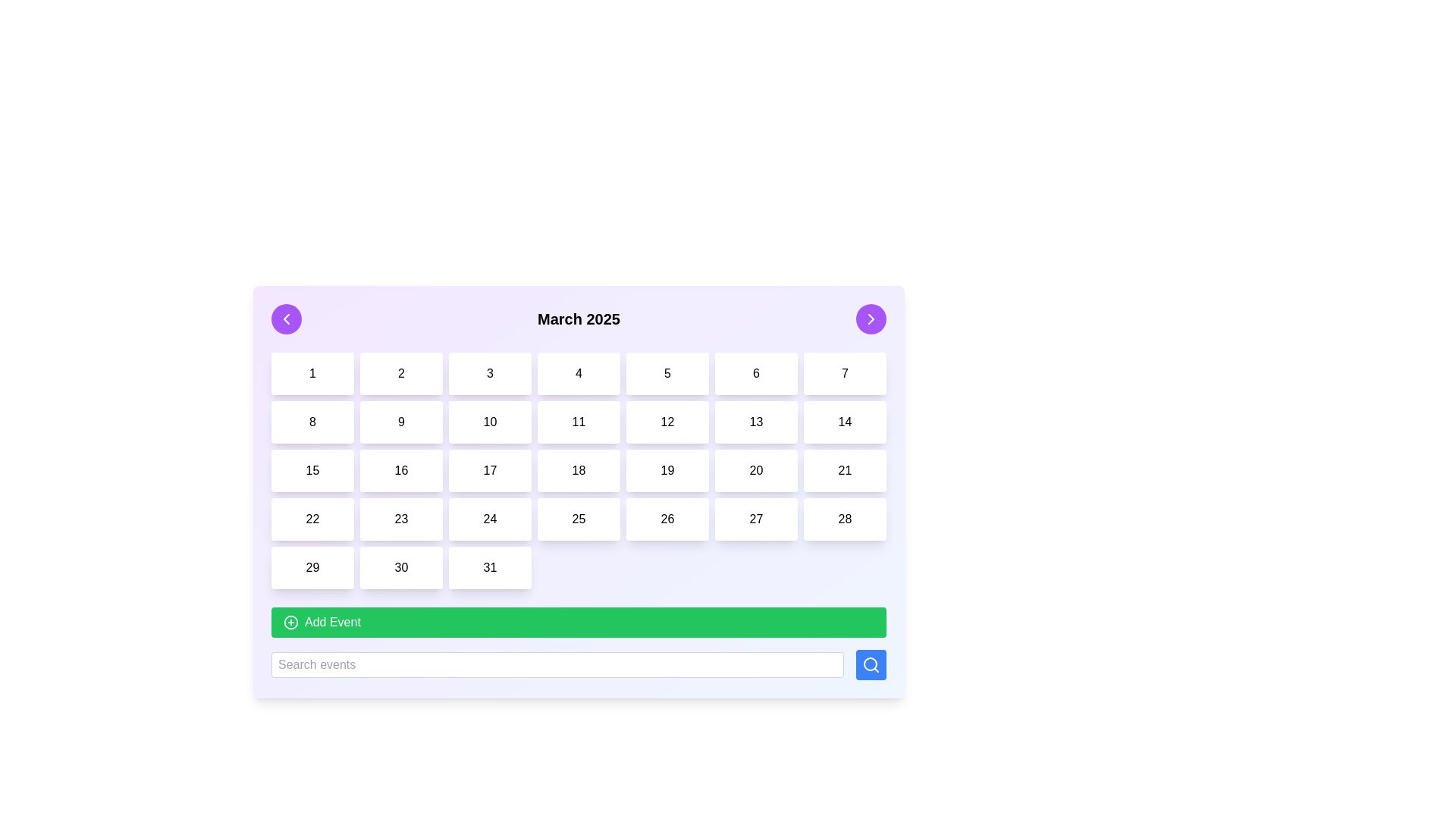 The width and height of the screenshot is (1456, 819). Describe the element at coordinates (667, 422) in the screenshot. I see `the calendar cell representing the twelfth day of March 2025, located in the second row and sixth column of the grid` at that location.